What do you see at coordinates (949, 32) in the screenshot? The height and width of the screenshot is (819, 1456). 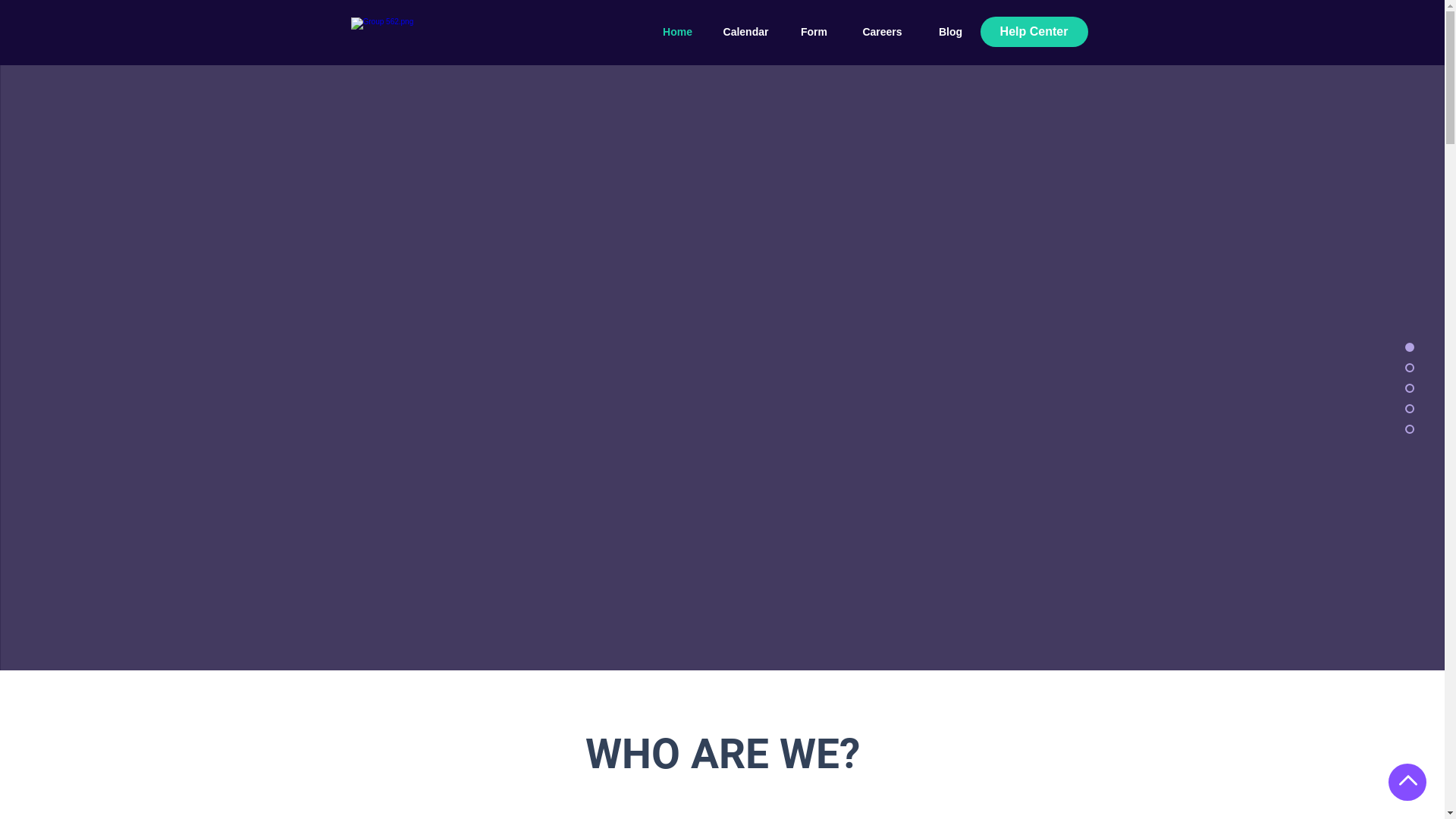 I see `'Blog'` at bounding box center [949, 32].